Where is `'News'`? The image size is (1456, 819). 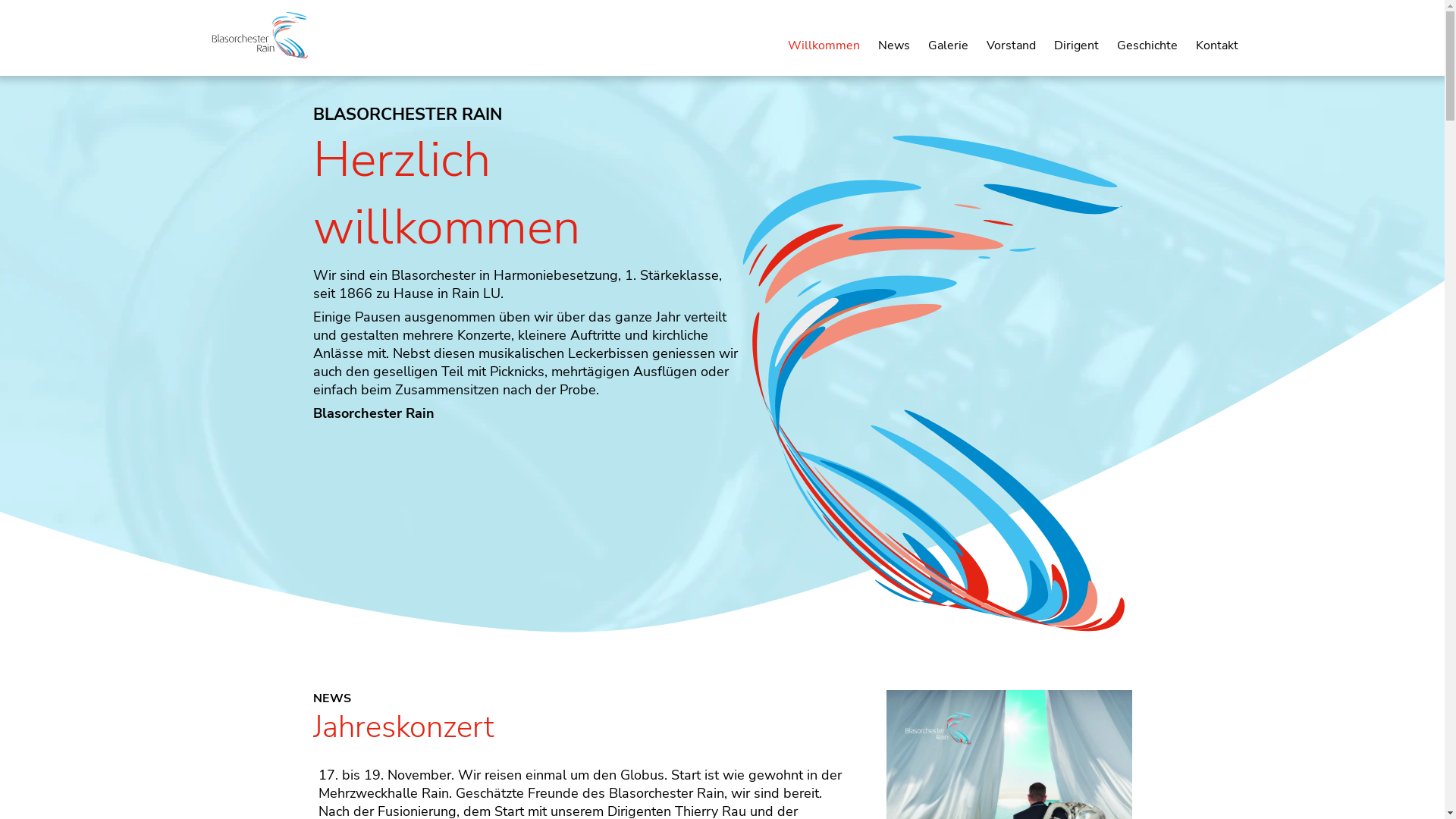 'News' is located at coordinates (894, 45).